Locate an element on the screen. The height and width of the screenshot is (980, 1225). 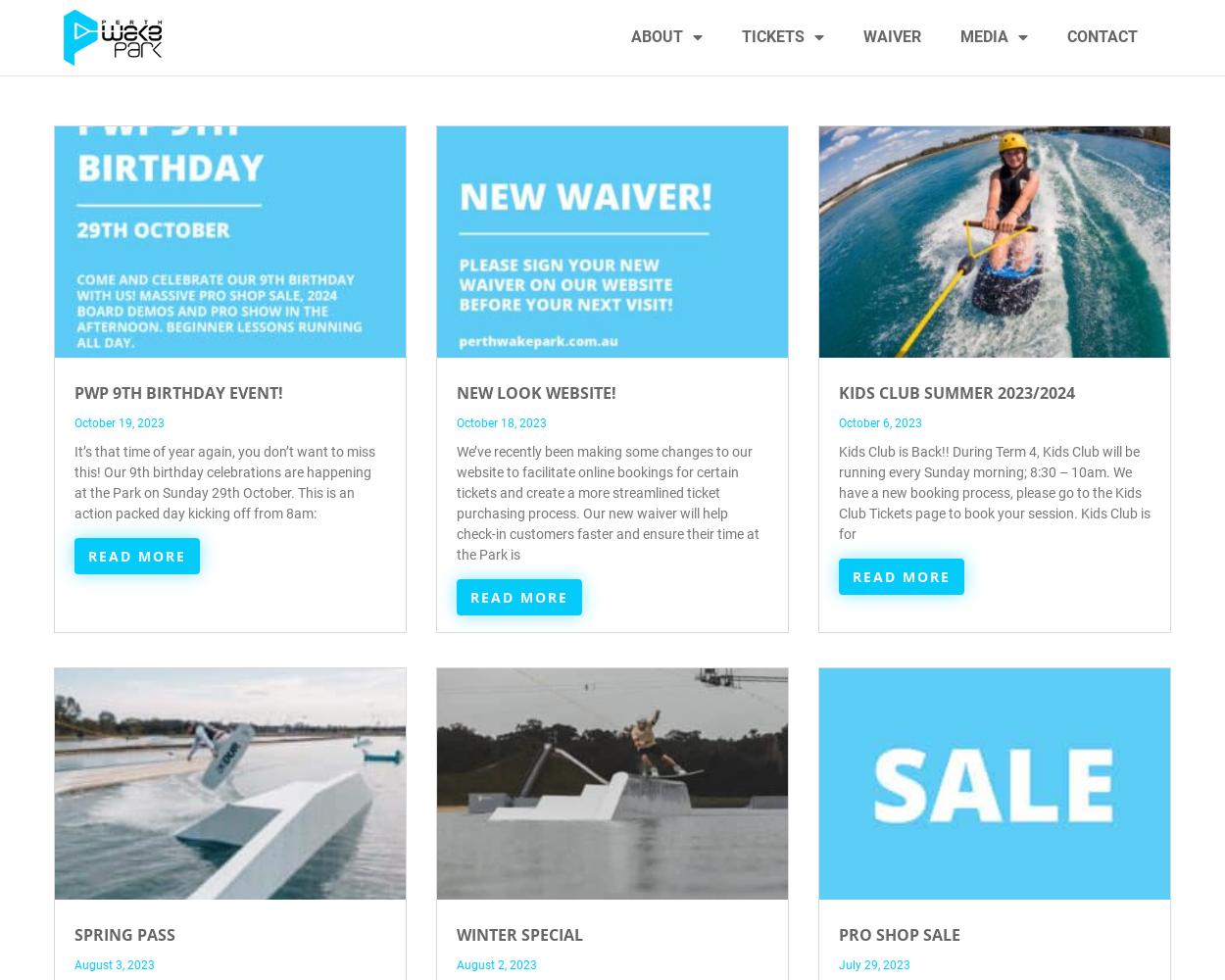
'August 2, 2023' is located at coordinates (497, 964).